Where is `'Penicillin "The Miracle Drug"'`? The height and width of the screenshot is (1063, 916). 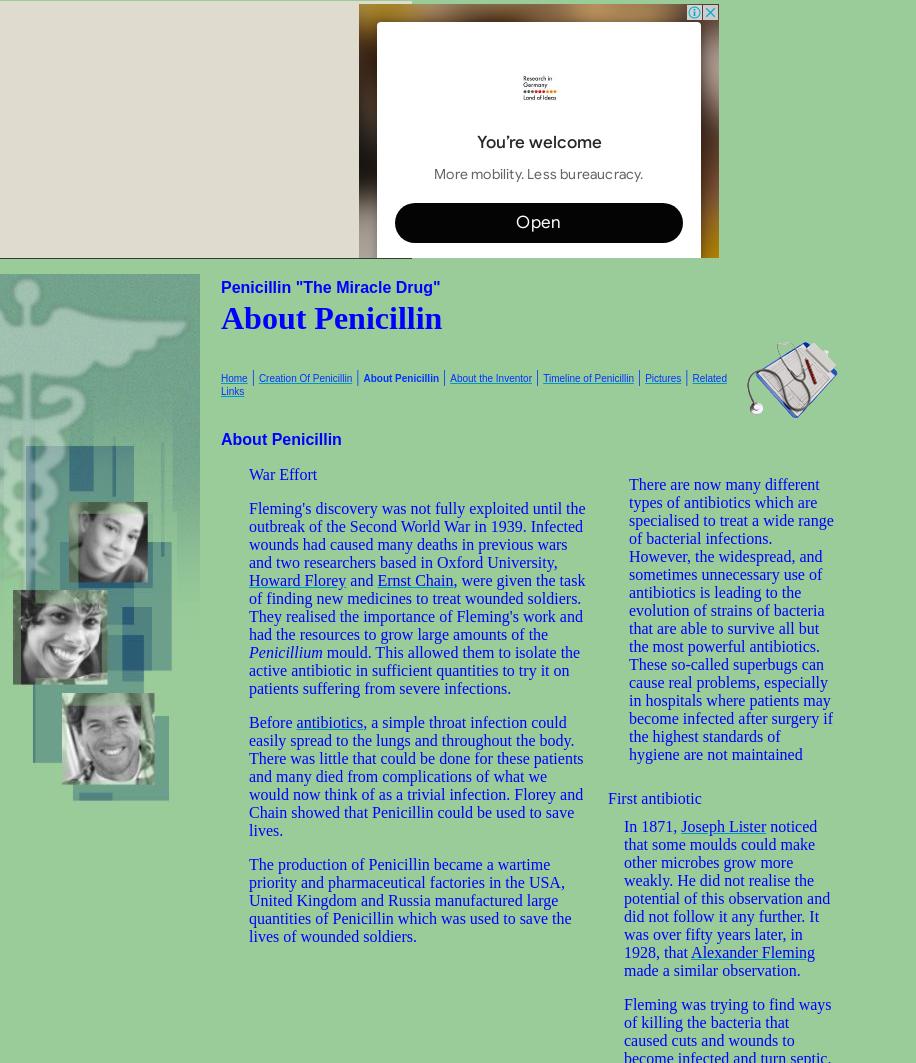
'Penicillin "The Miracle Drug"' is located at coordinates (329, 287).